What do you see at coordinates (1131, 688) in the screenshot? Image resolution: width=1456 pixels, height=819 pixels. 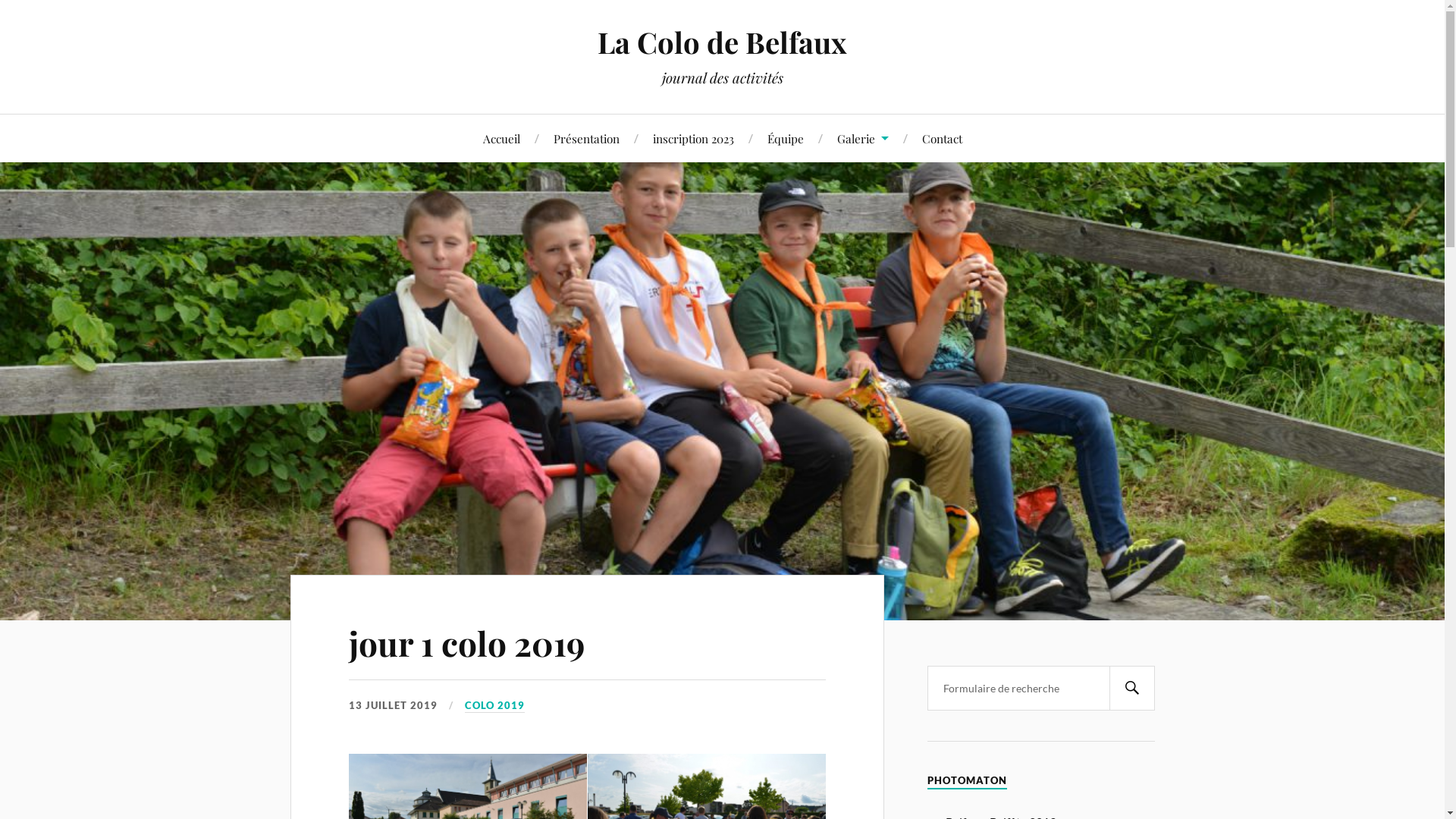 I see `'Search'` at bounding box center [1131, 688].